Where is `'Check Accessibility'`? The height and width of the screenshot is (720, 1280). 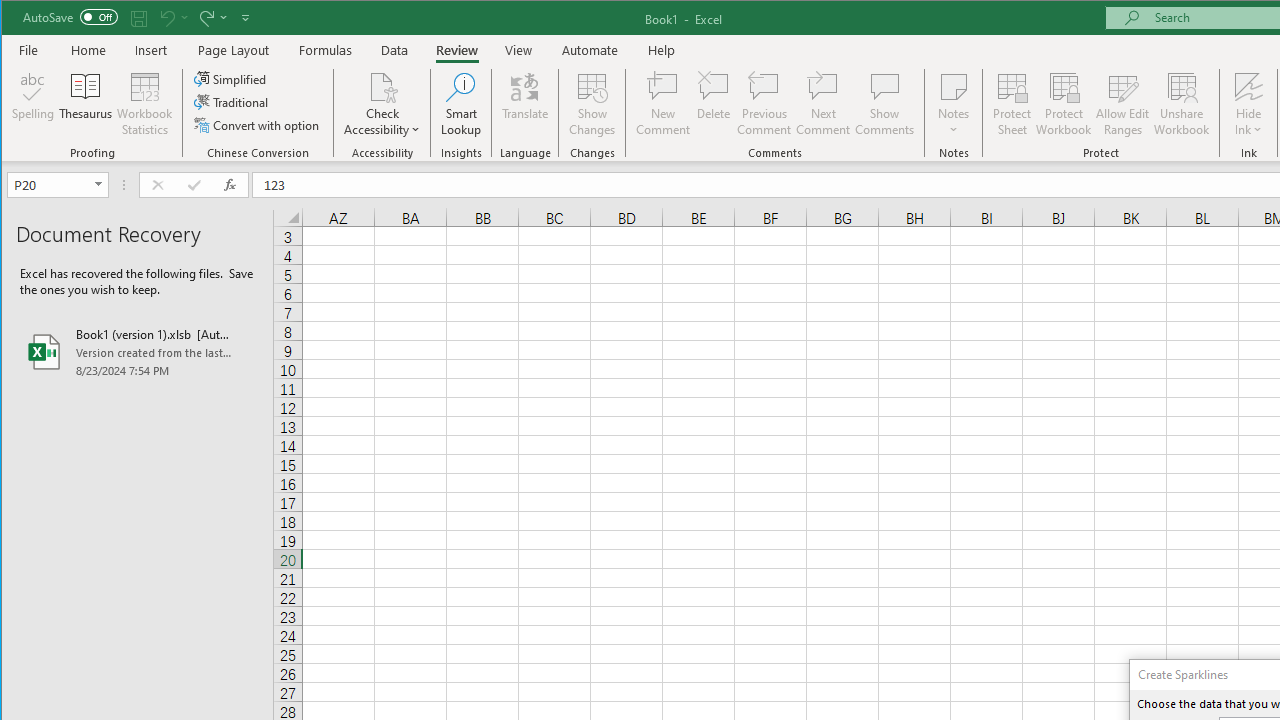 'Check Accessibility' is located at coordinates (382, 104).